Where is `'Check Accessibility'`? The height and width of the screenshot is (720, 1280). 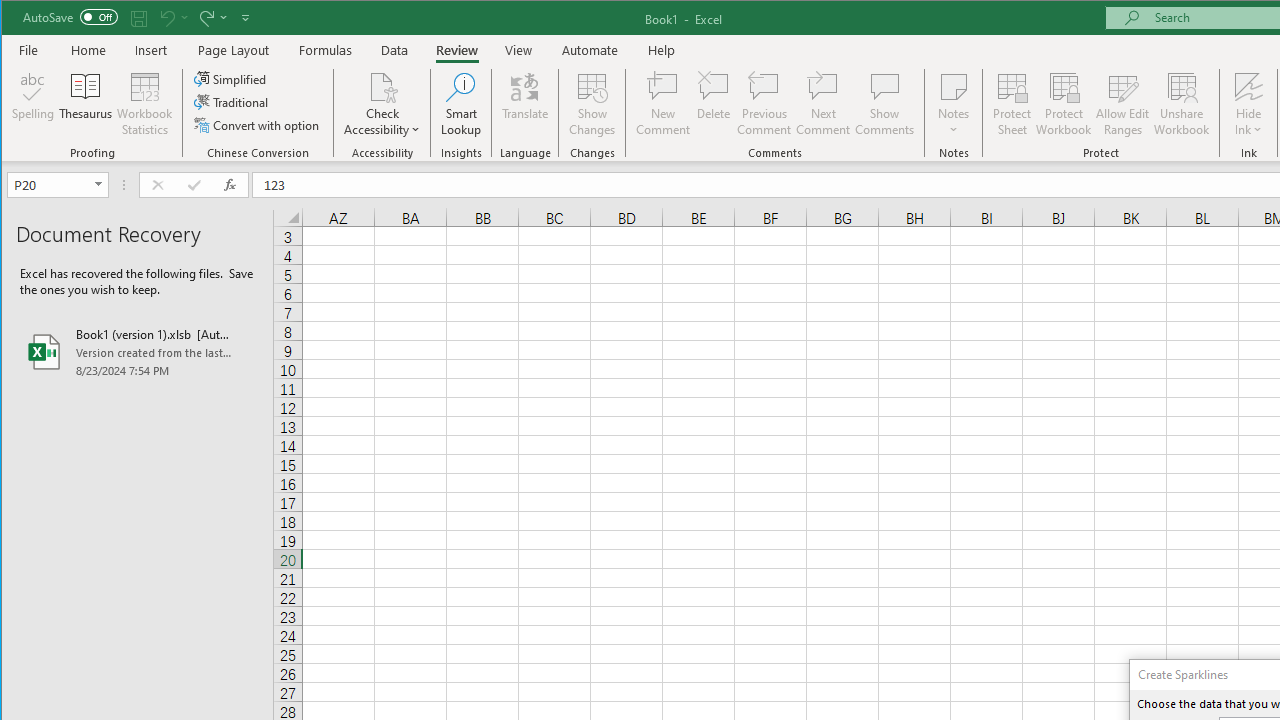 'Check Accessibility' is located at coordinates (382, 104).